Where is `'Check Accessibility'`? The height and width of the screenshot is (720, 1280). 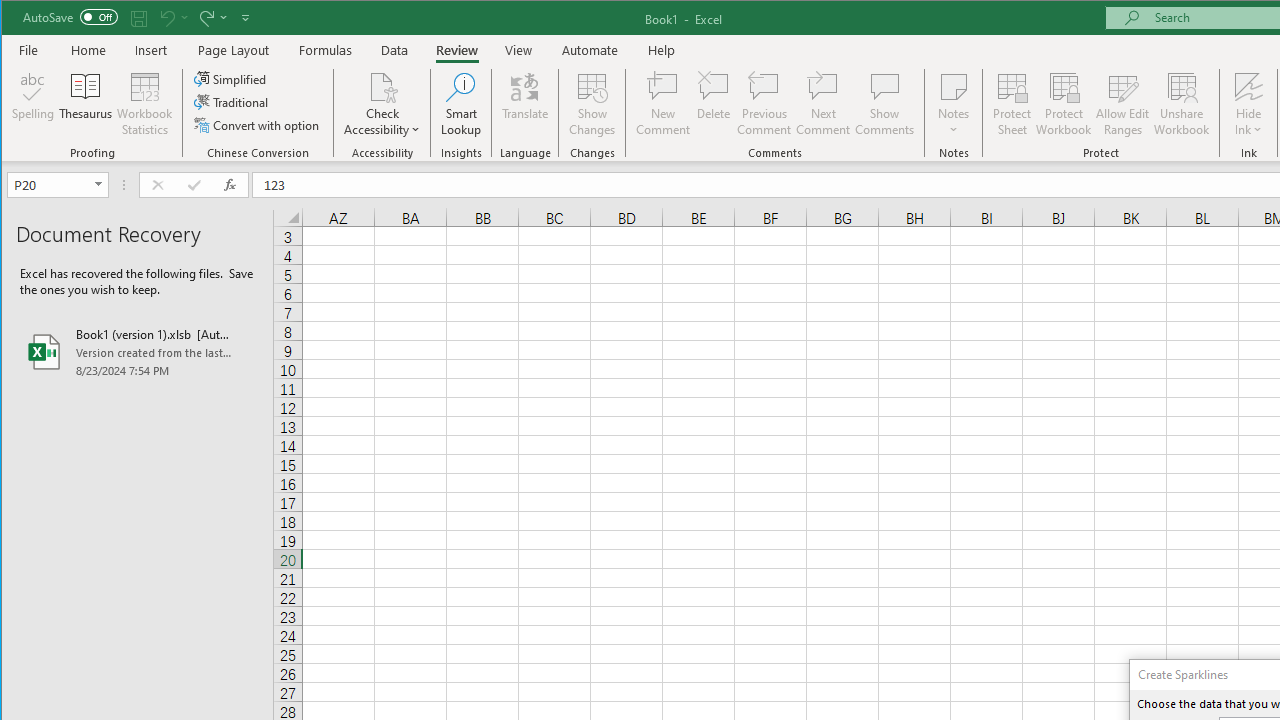 'Check Accessibility' is located at coordinates (382, 104).